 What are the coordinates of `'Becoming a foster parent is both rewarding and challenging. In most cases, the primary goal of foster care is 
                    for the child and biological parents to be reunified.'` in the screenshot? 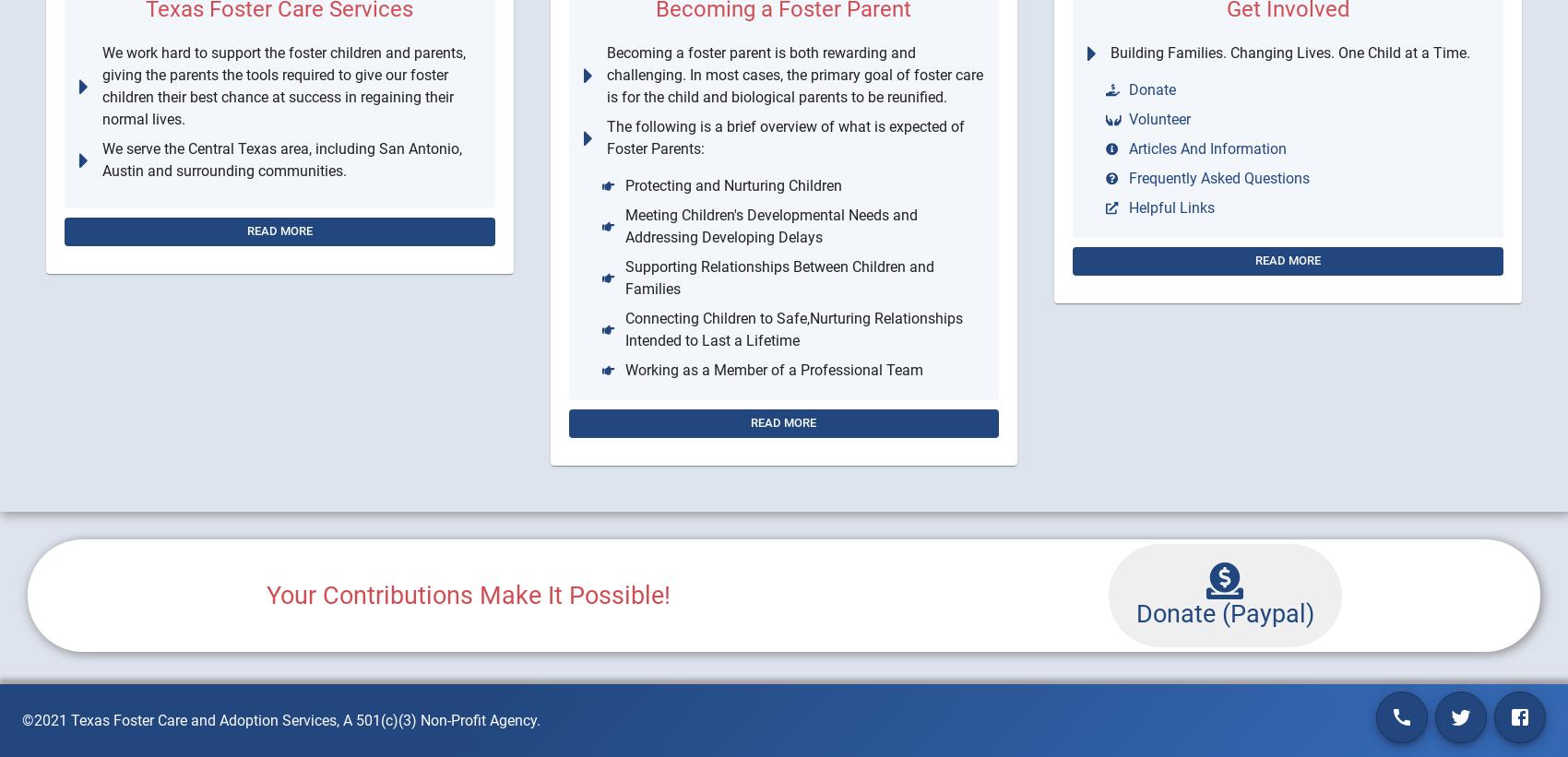 It's located at (794, 75).